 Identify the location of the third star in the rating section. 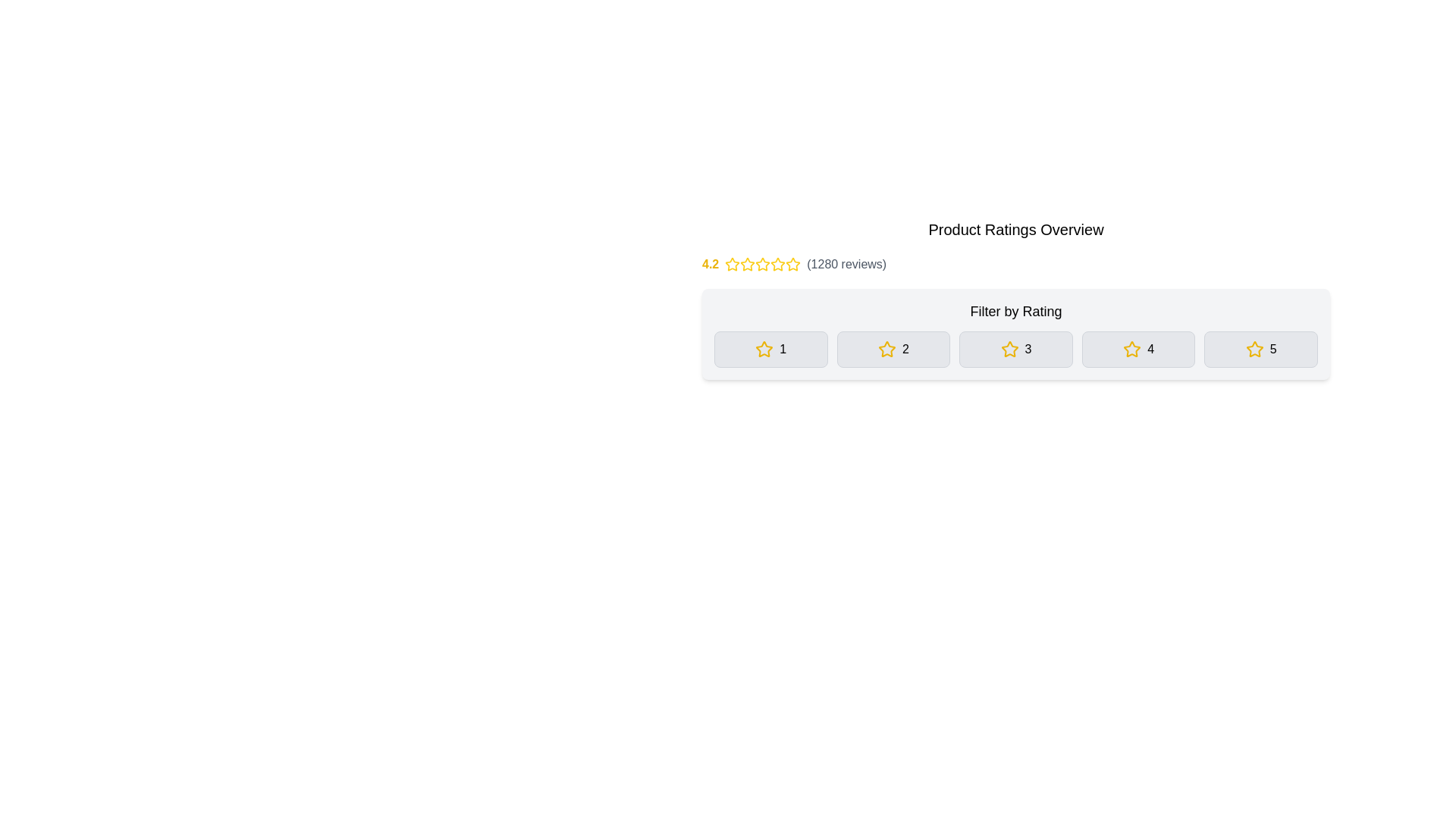
(778, 263).